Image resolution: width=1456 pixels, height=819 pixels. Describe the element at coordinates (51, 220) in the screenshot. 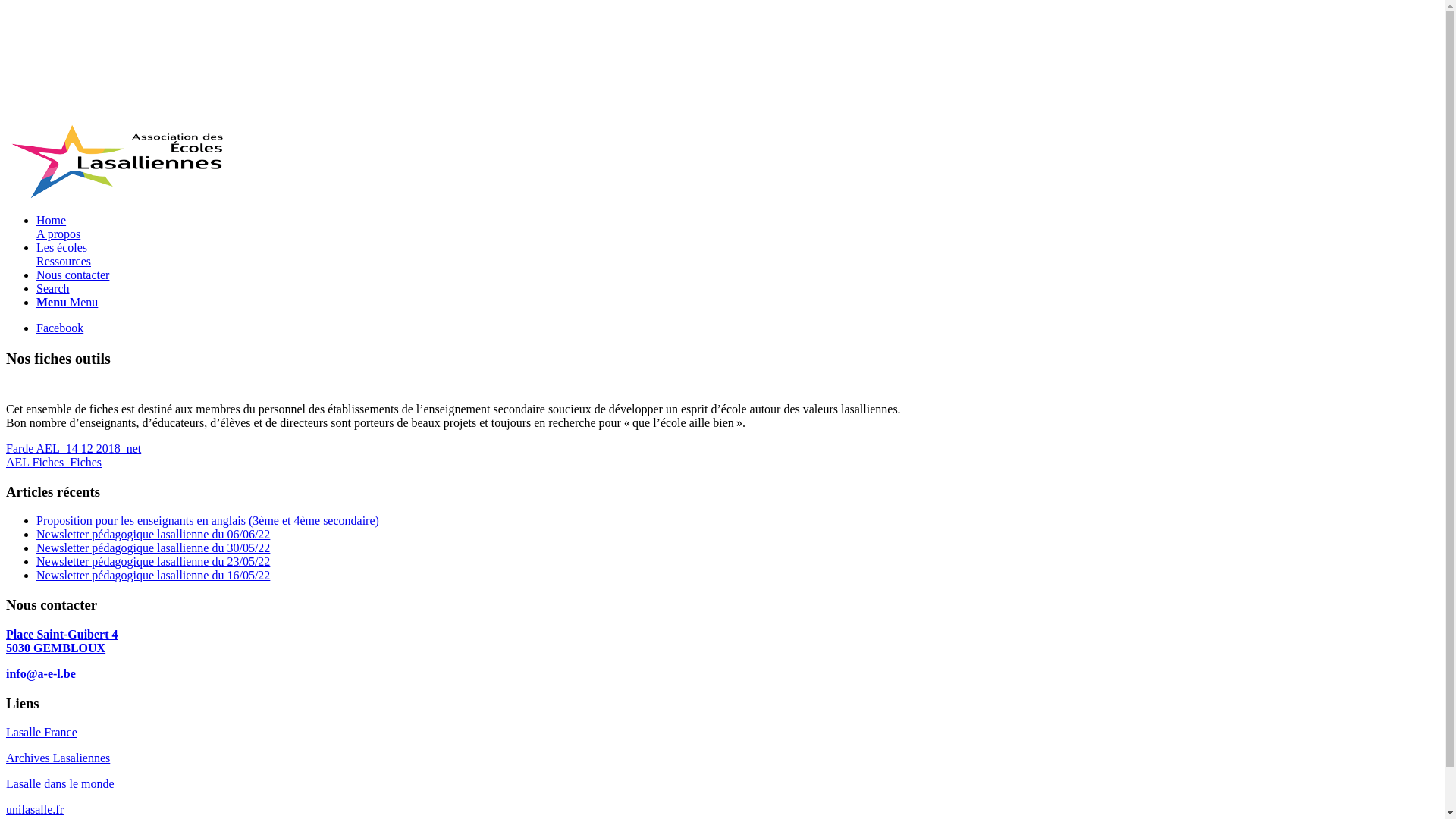

I see `'Home'` at that location.